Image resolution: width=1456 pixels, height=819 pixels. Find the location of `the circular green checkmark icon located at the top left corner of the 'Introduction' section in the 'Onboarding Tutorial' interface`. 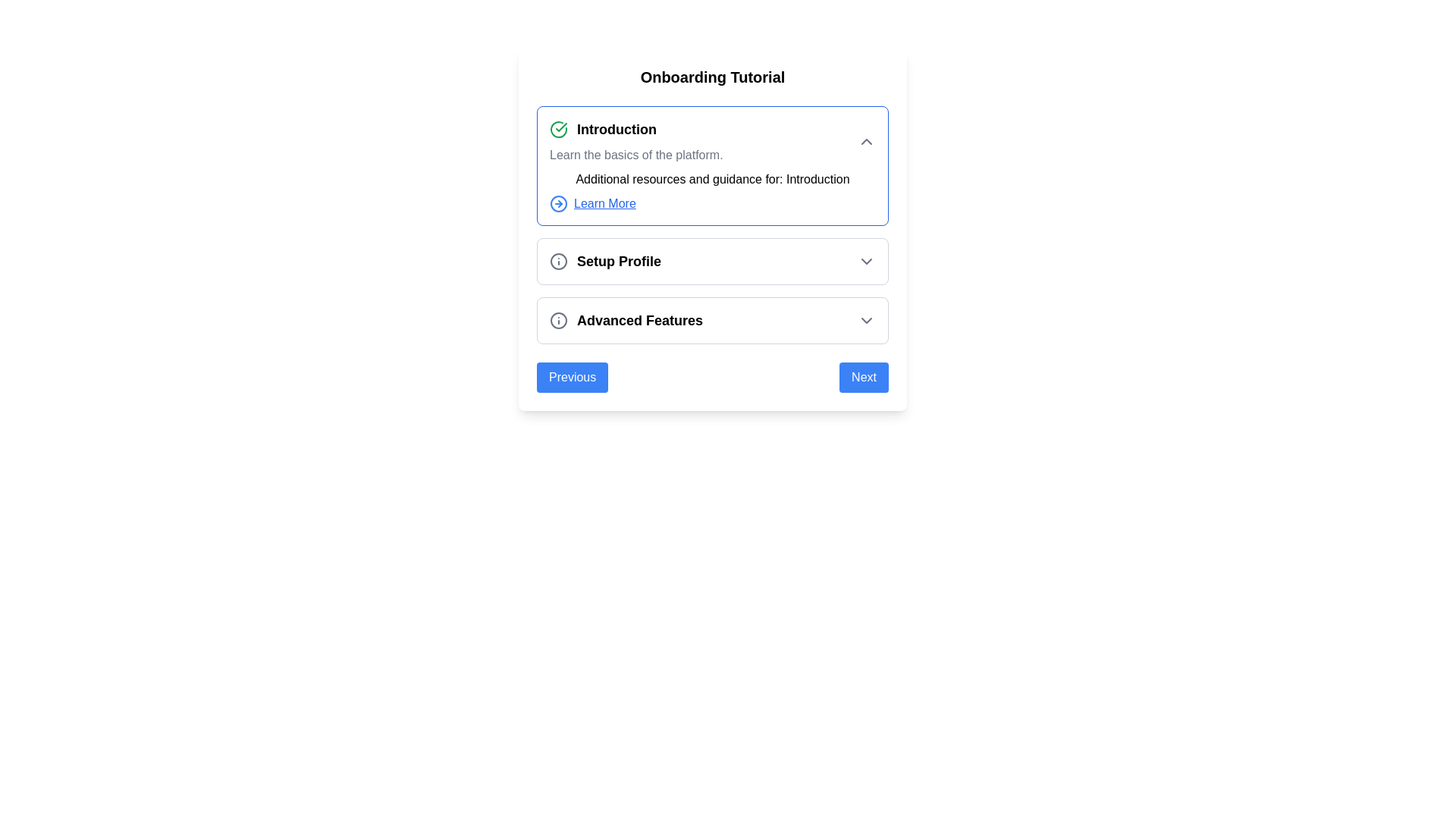

the circular green checkmark icon located at the top left corner of the 'Introduction' section in the 'Onboarding Tutorial' interface is located at coordinates (558, 128).